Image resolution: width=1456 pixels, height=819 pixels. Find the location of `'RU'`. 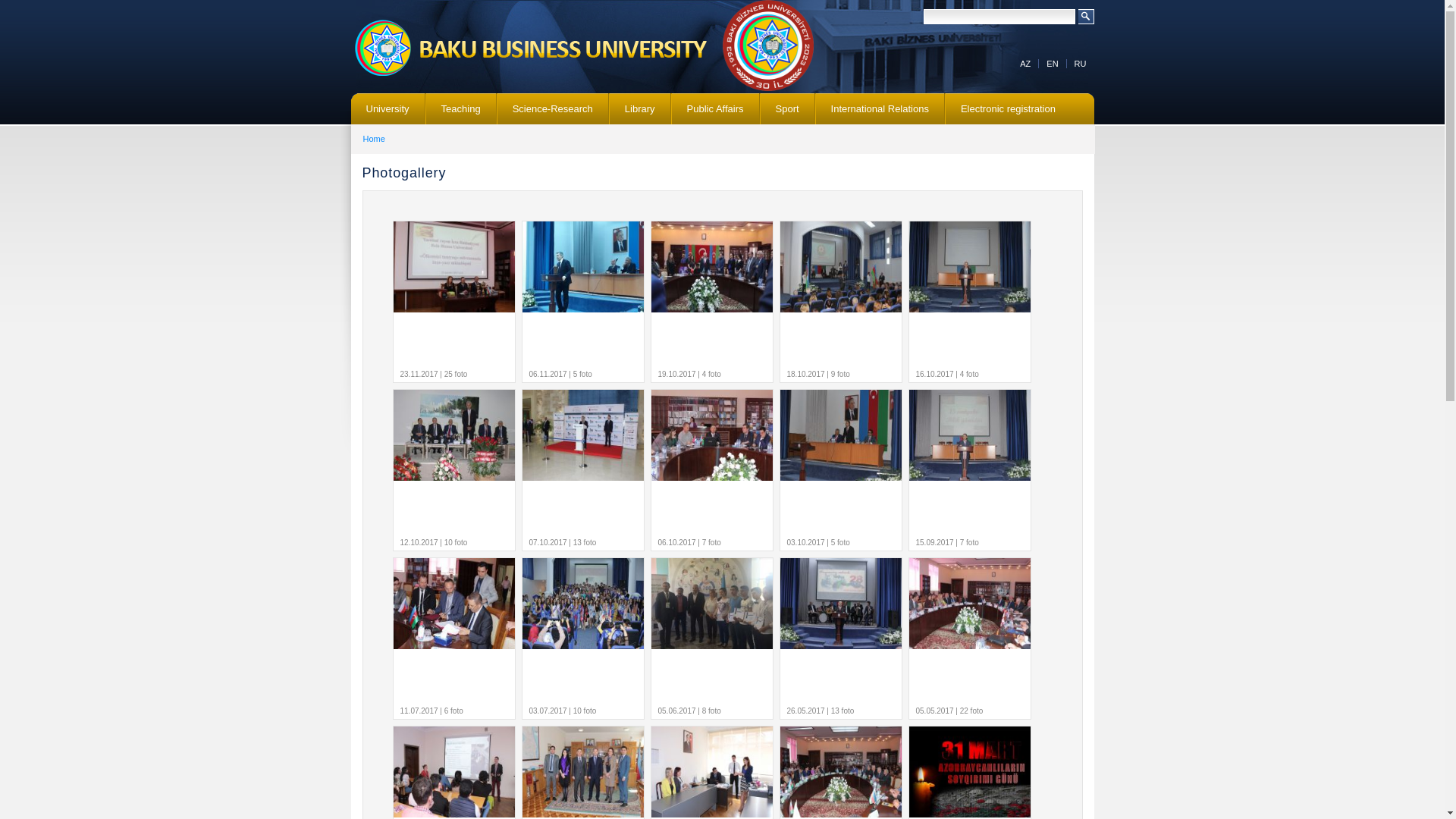

'RU' is located at coordinates (1080, 63).